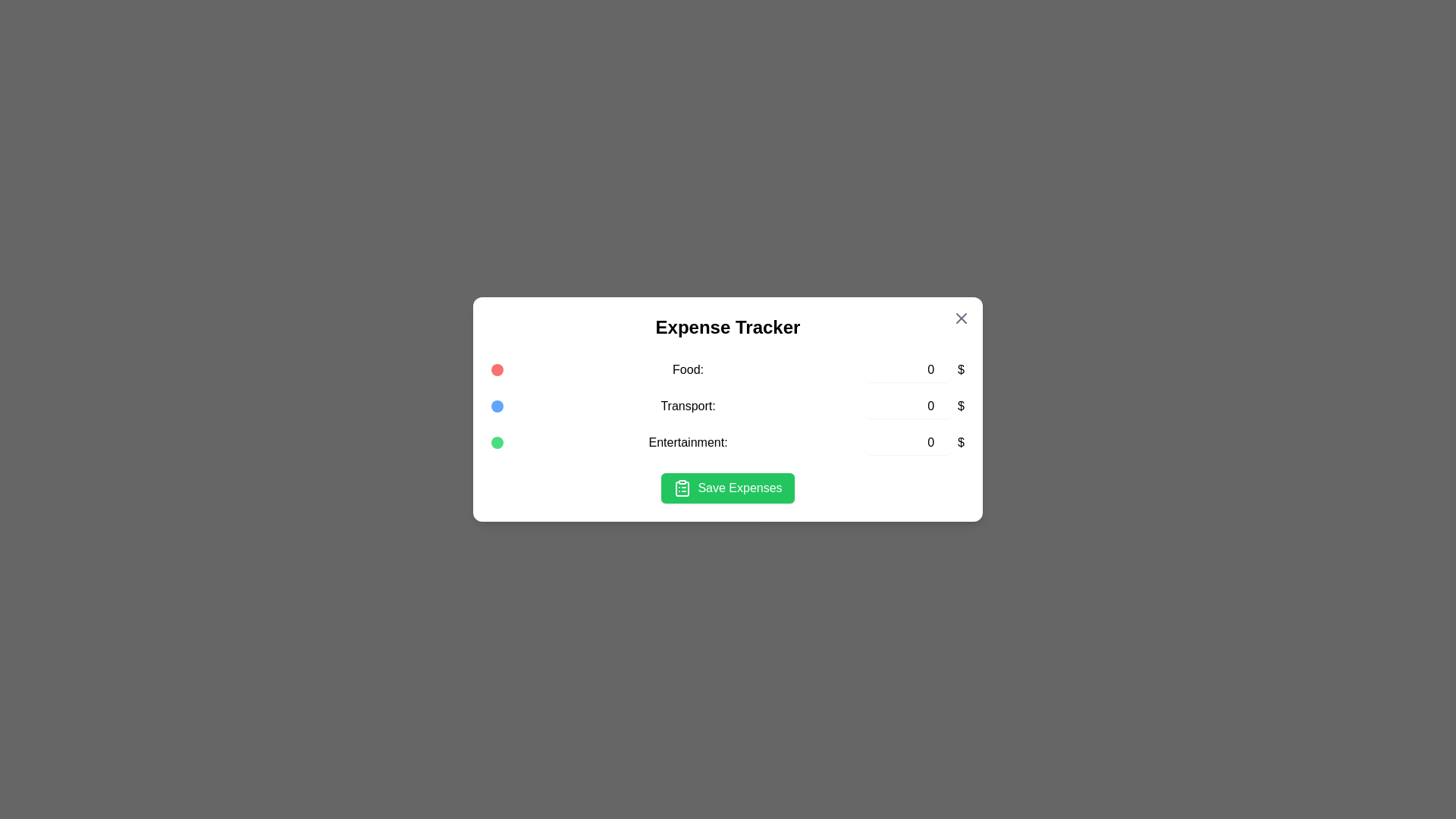 Image resolution: width=1456 pixels, height=819 pixels. Describe the element at coordinates (909, 370) in the screenshot. I see `the expense amount for the 'Food' category to 588` at that location.